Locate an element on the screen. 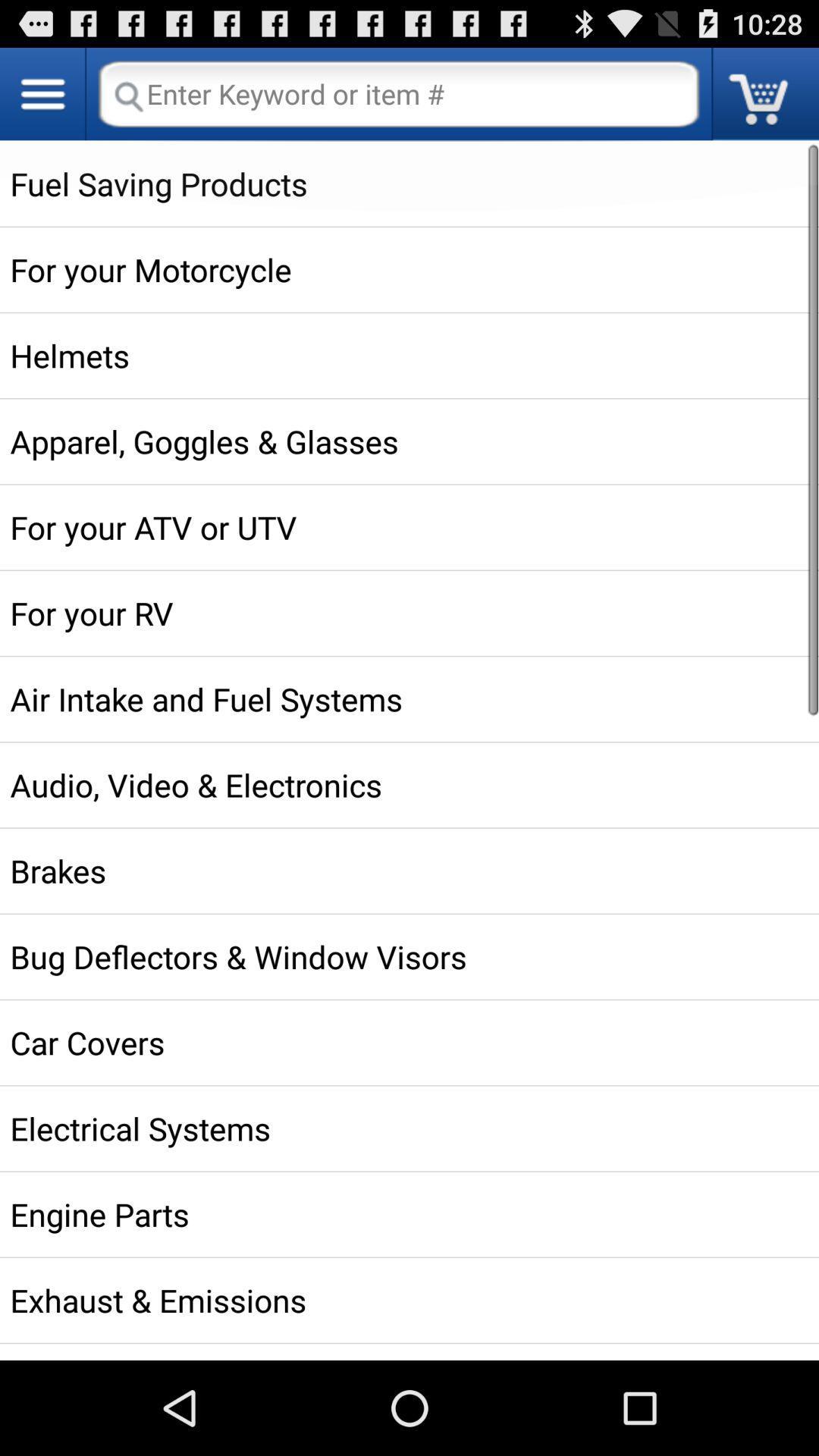 This screenshot has height=1456, width=819. the cart icon is located at coordinates (765, 99).